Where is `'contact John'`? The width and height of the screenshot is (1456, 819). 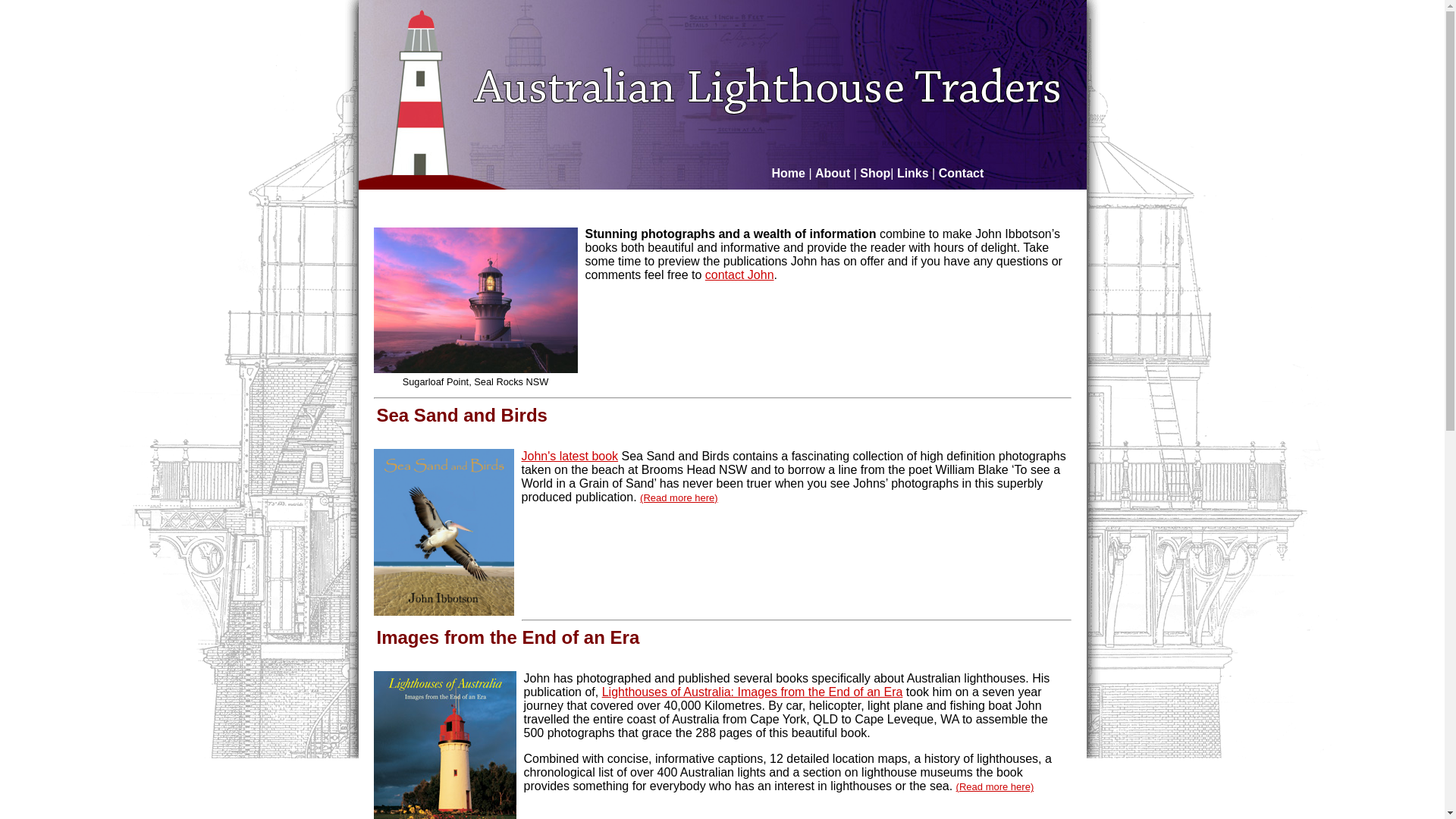
'contact John' is located at coordinates (739, 275).